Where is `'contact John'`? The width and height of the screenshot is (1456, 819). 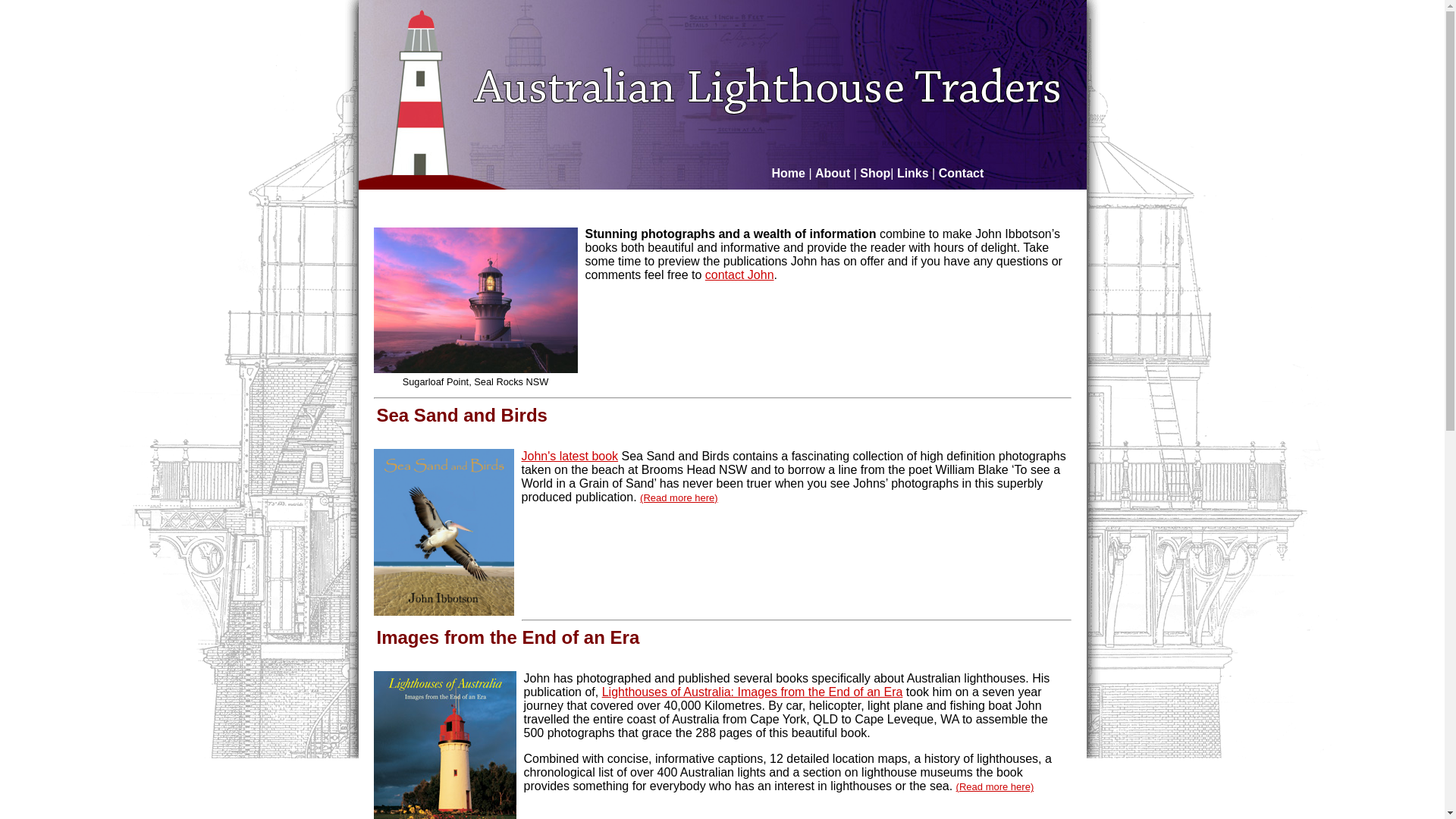
'contact John' is located at coordinates (739, 275).